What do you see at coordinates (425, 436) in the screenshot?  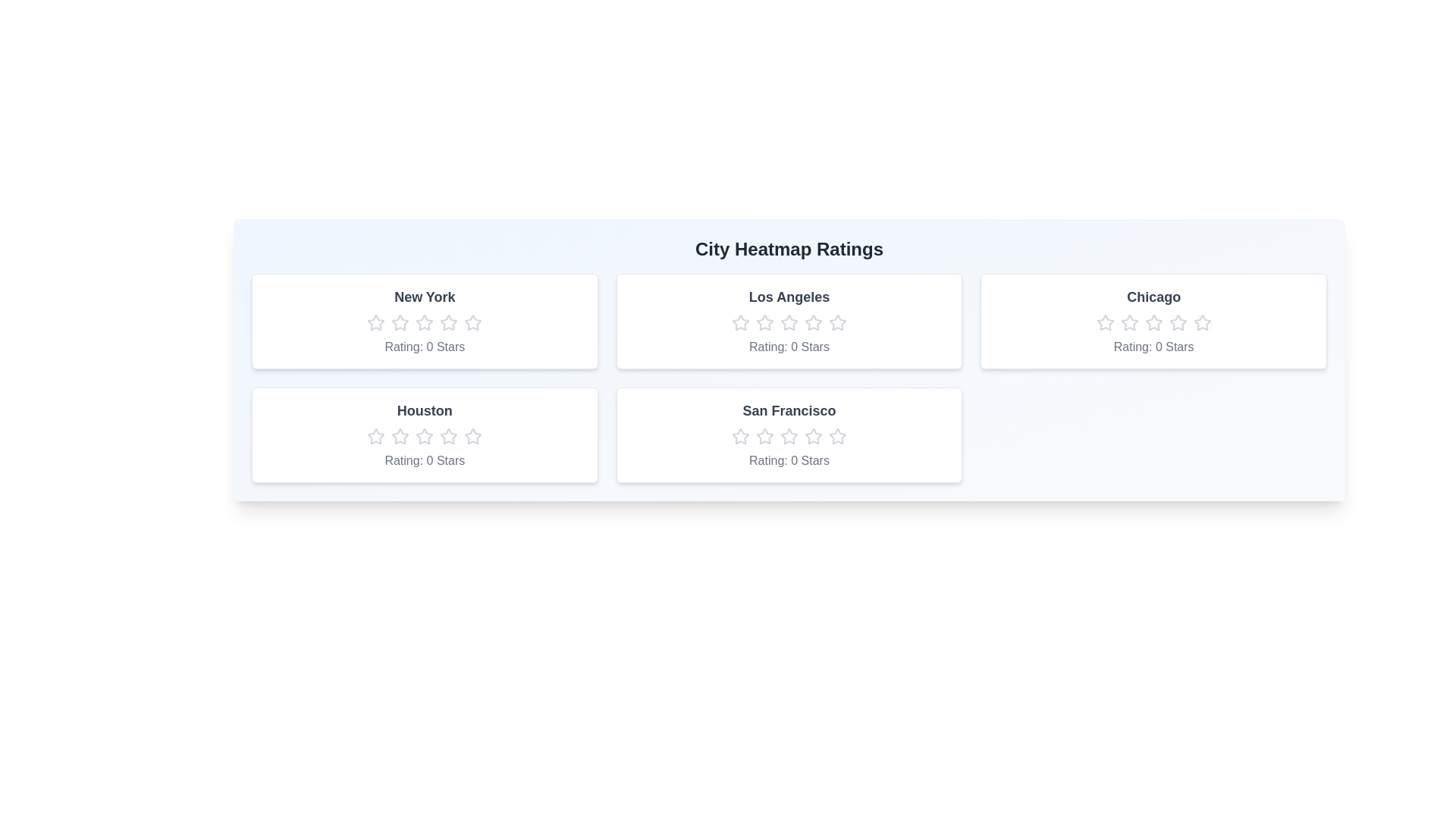 I see `the Houston rating star number 3` at bounding box center [425, 436].